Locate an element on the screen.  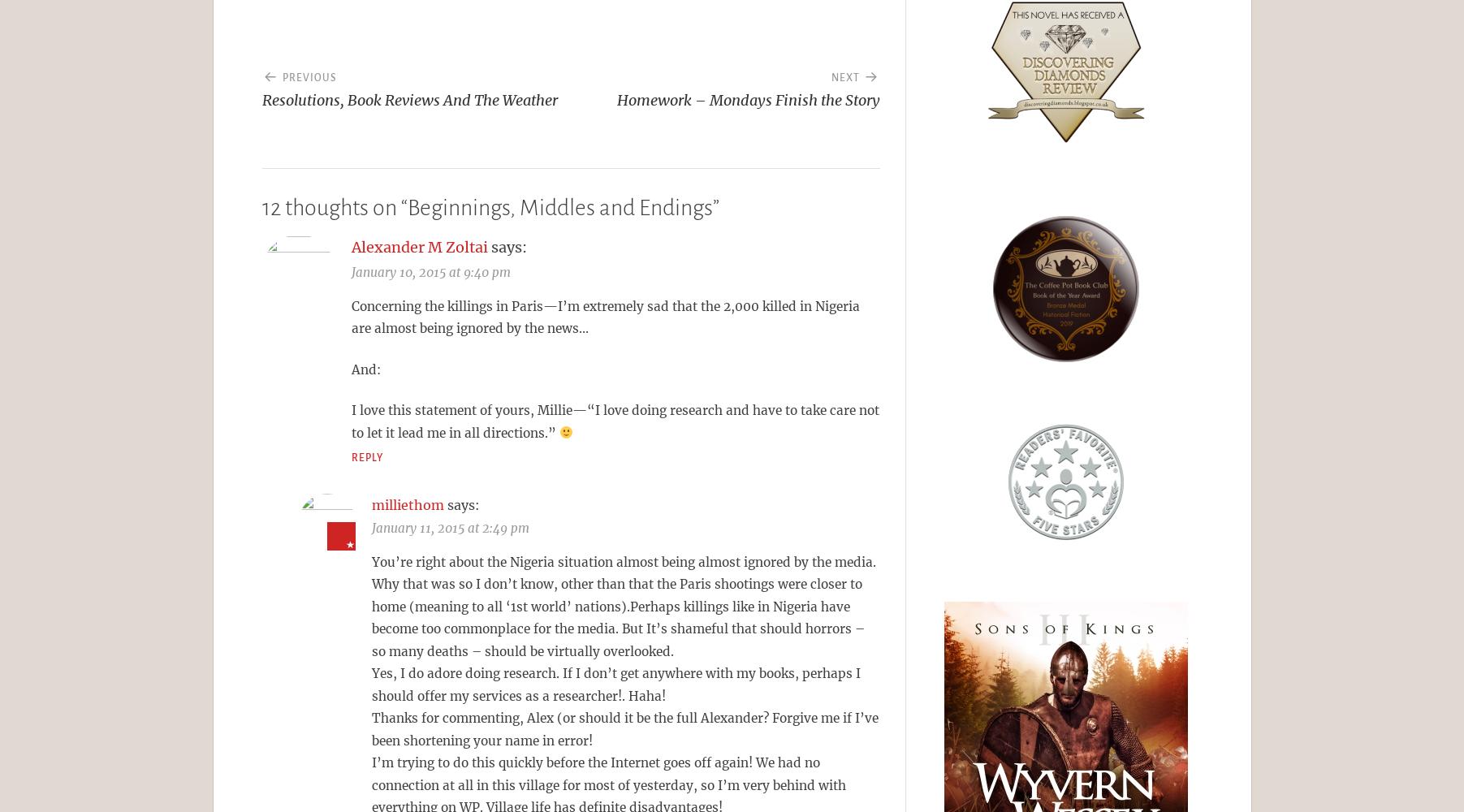
'Homework – Mondays Finish the Story' is located at coordinates (616, 98).